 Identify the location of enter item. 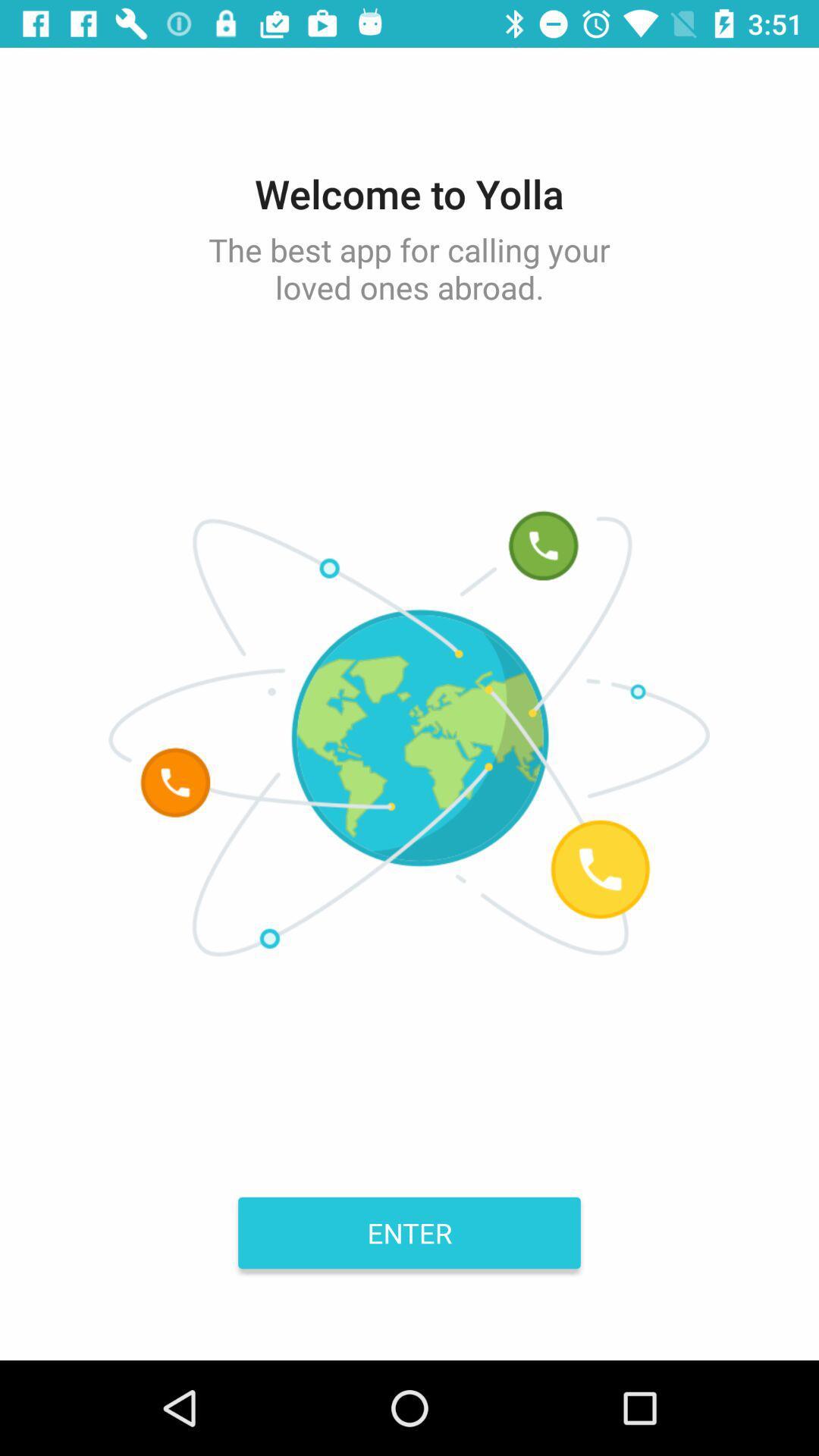
(409, 1233).